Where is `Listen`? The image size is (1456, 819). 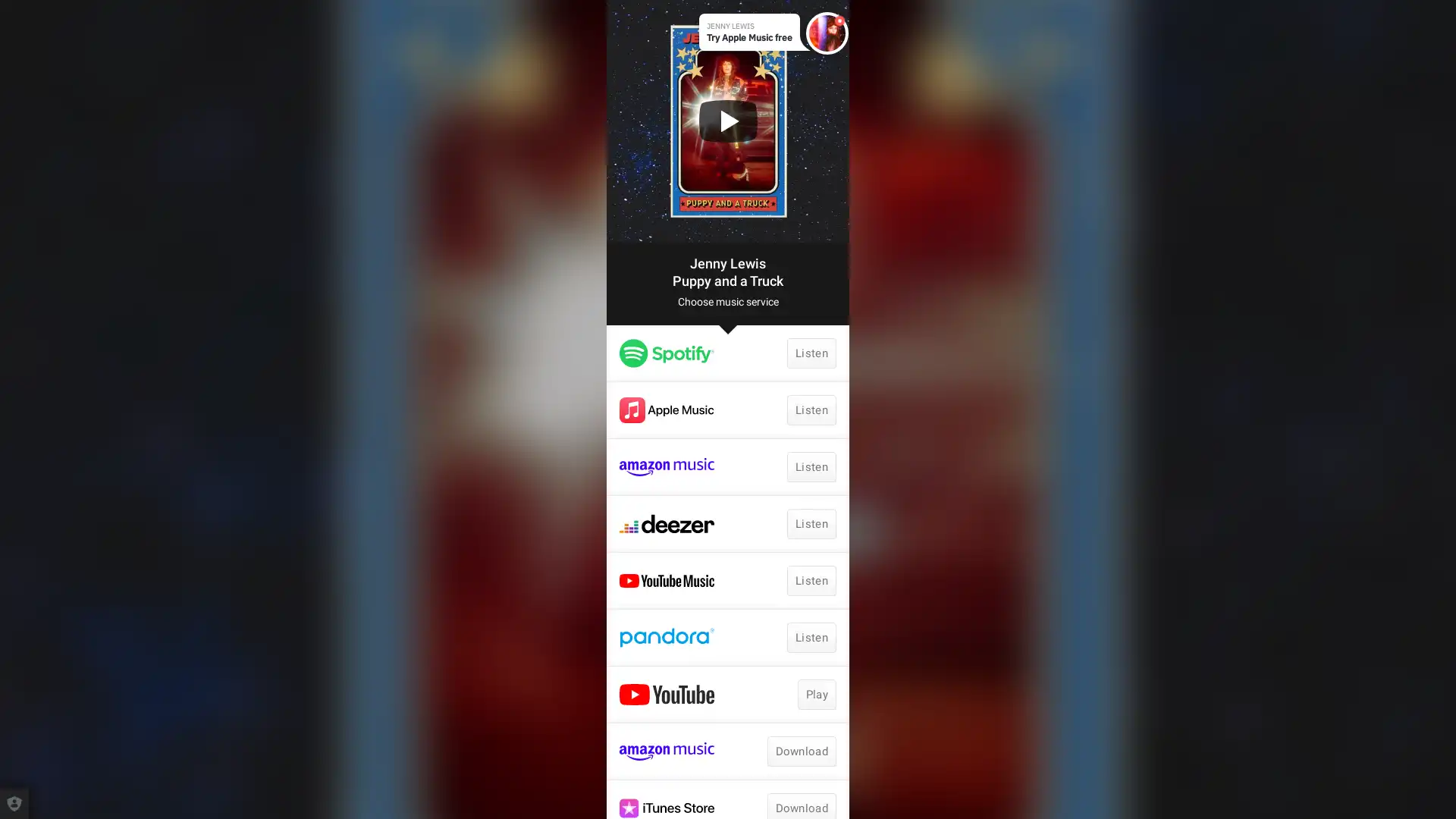
Listen is located at coordinates (811, 409).